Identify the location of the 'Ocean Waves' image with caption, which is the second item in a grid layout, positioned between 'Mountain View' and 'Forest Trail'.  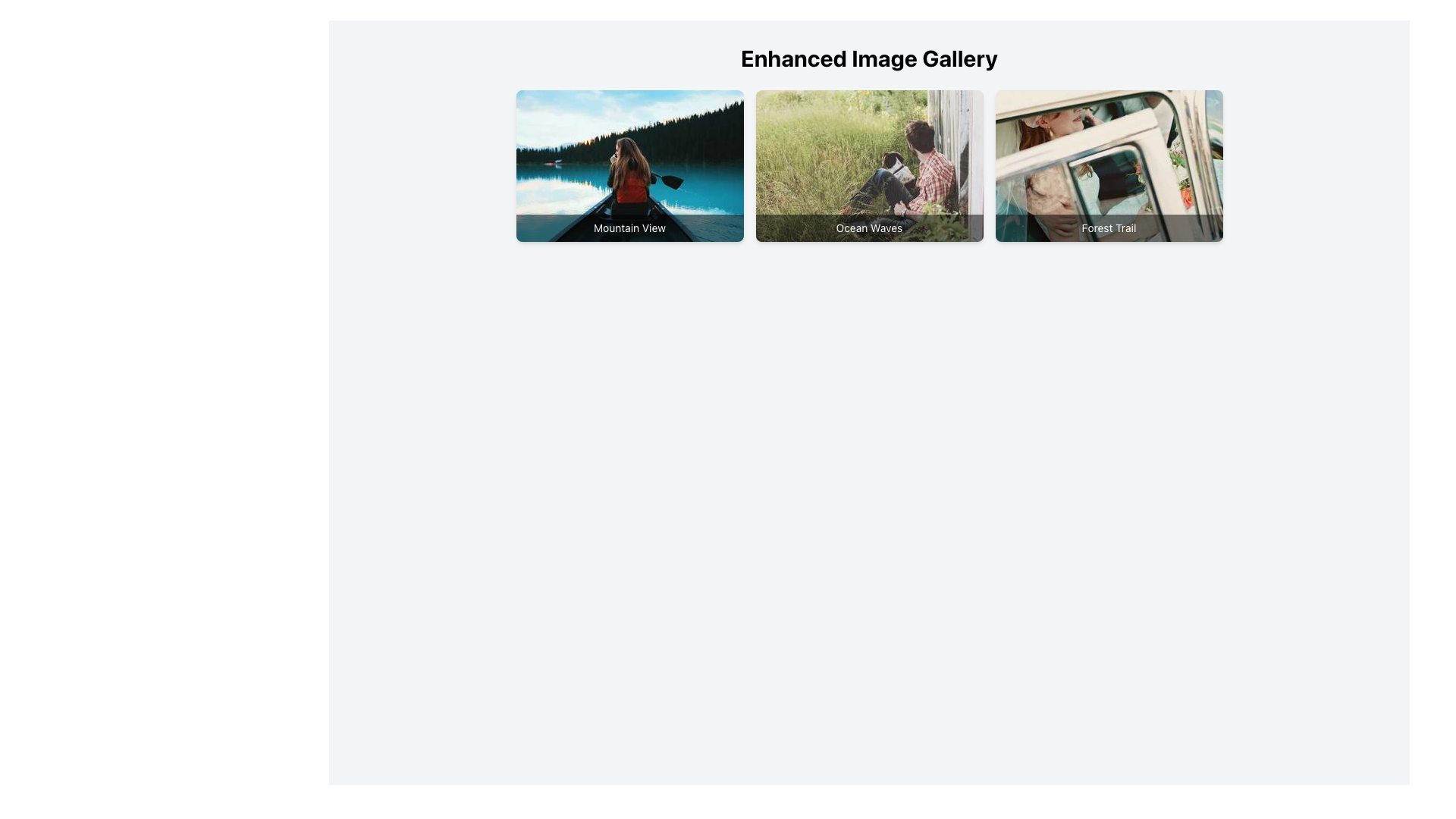
(869, 166).